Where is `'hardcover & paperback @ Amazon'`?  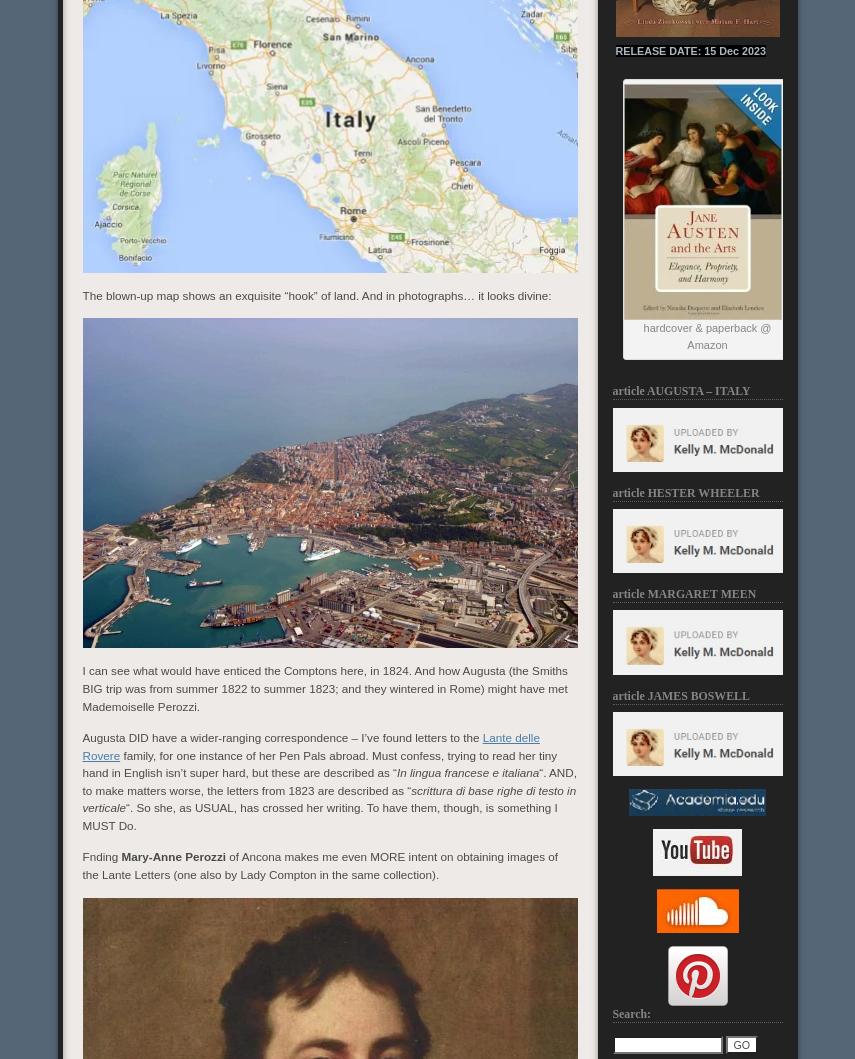 'hardcover & paperback @ Amazon' is located at coordinates (705, 335).